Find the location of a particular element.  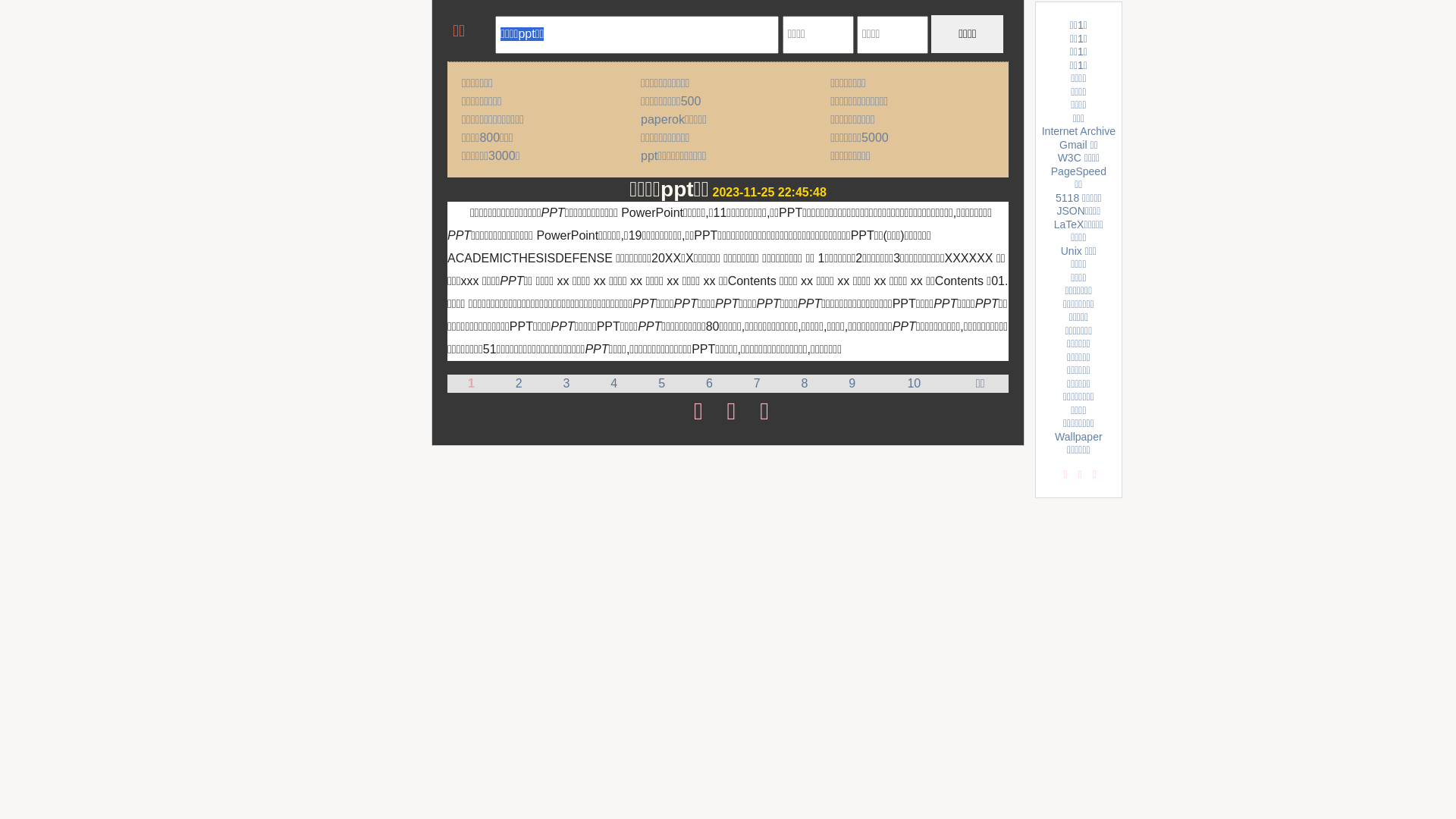

'Wallpaper' is located at coordinates (1078, 436).